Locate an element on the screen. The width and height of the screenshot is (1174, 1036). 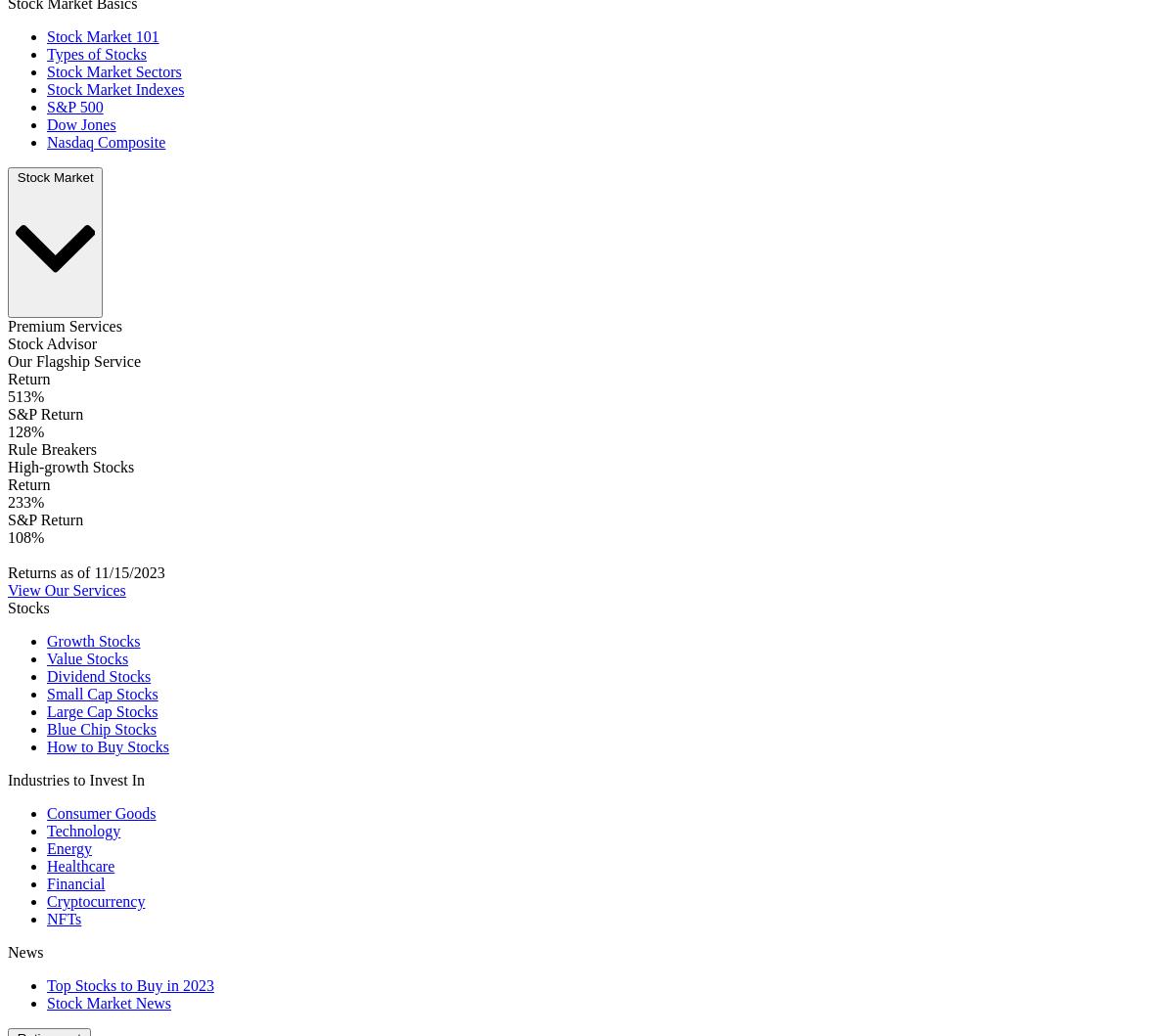
'Types of Stocks' is located at coordinates (96, 54).